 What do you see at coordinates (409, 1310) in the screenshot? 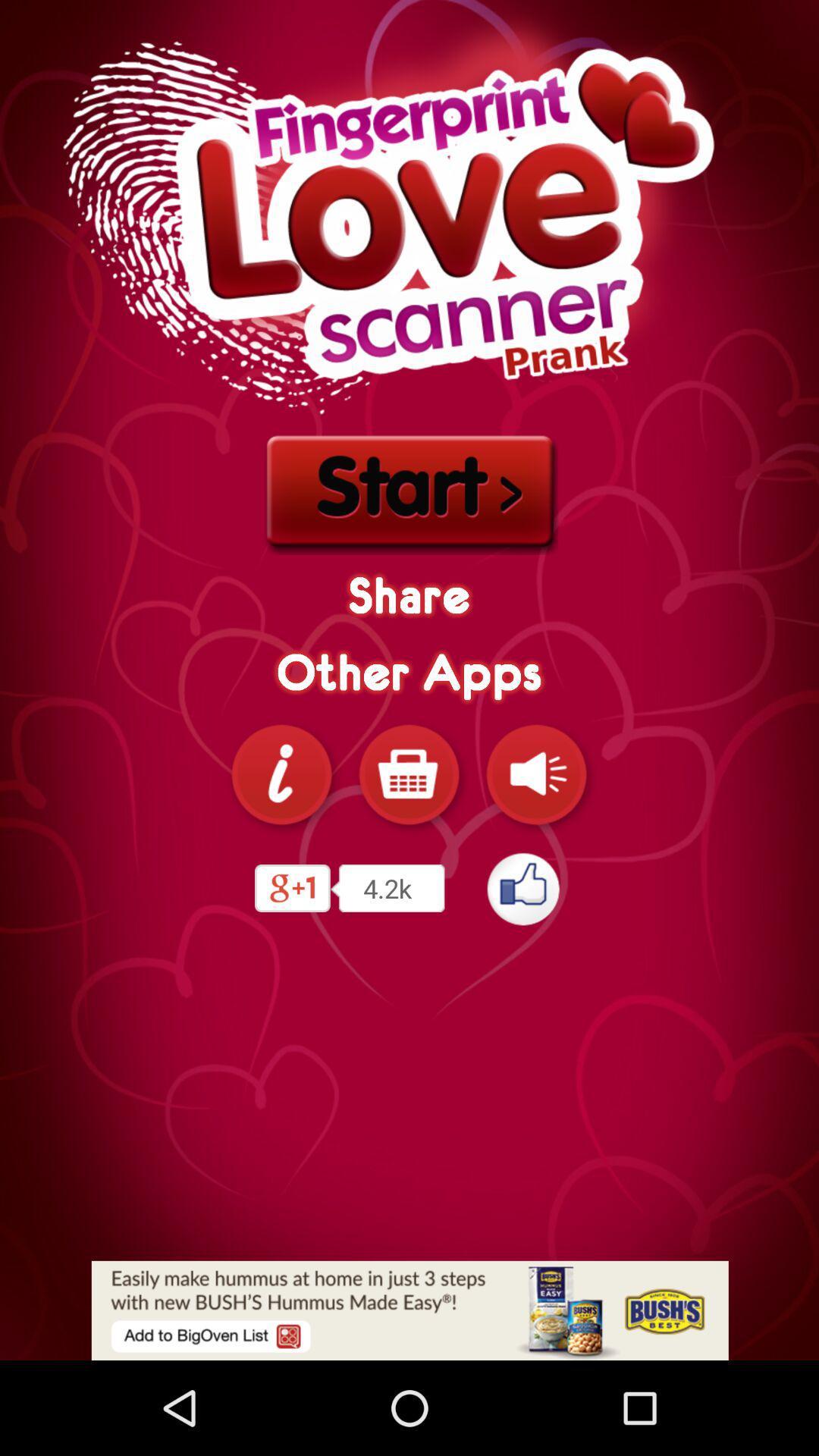
I see `advertisement display` at bounding box center [409, 1310].